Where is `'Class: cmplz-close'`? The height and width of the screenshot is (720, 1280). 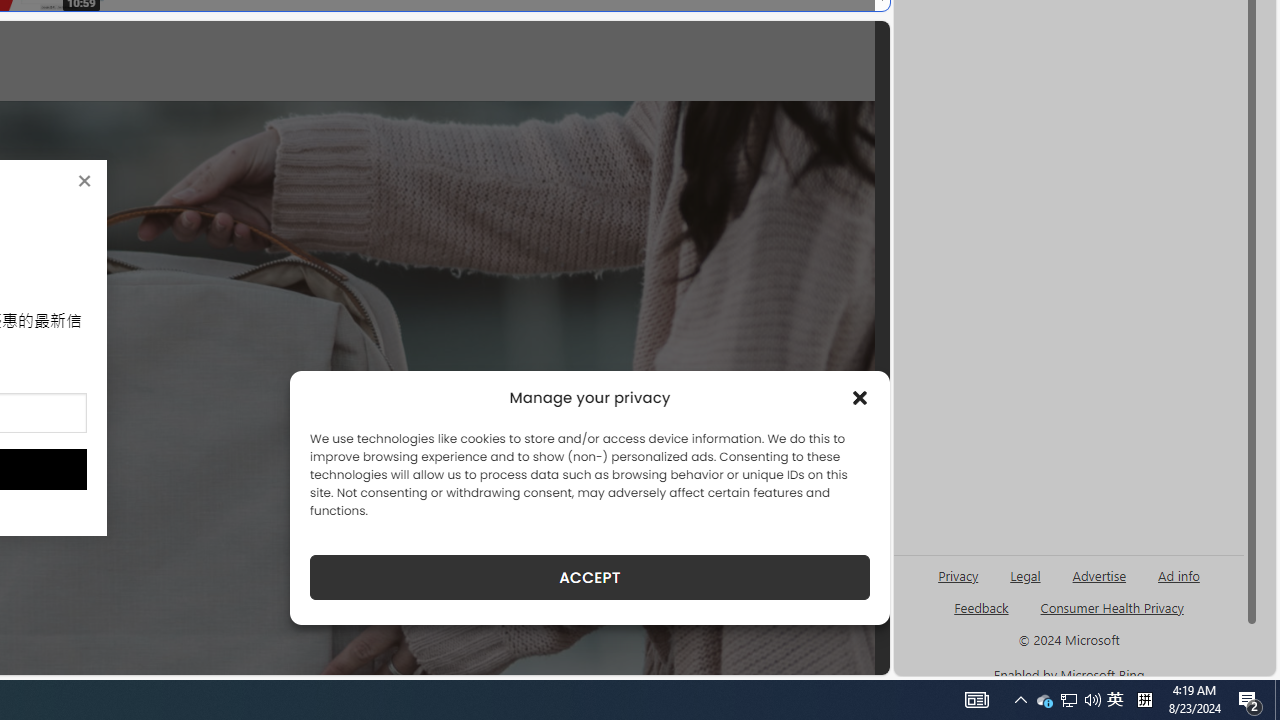
'Class: cmplz-close' is located at coordinates (860, 398).